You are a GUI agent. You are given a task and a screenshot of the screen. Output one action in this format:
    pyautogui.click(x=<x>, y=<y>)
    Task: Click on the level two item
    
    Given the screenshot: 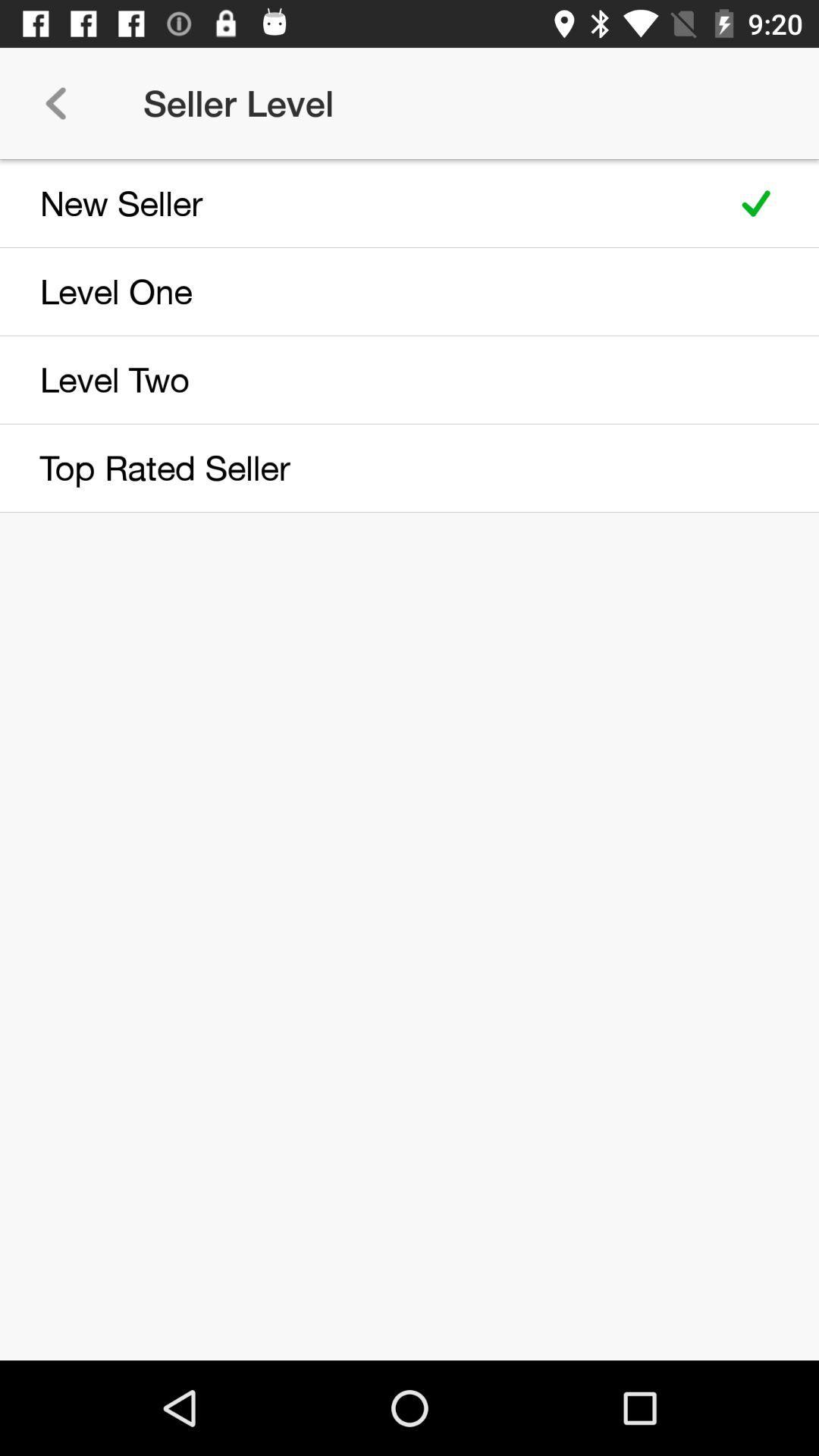 What is the action you would take?
    pyautogui.click(x=358, y=379)
    